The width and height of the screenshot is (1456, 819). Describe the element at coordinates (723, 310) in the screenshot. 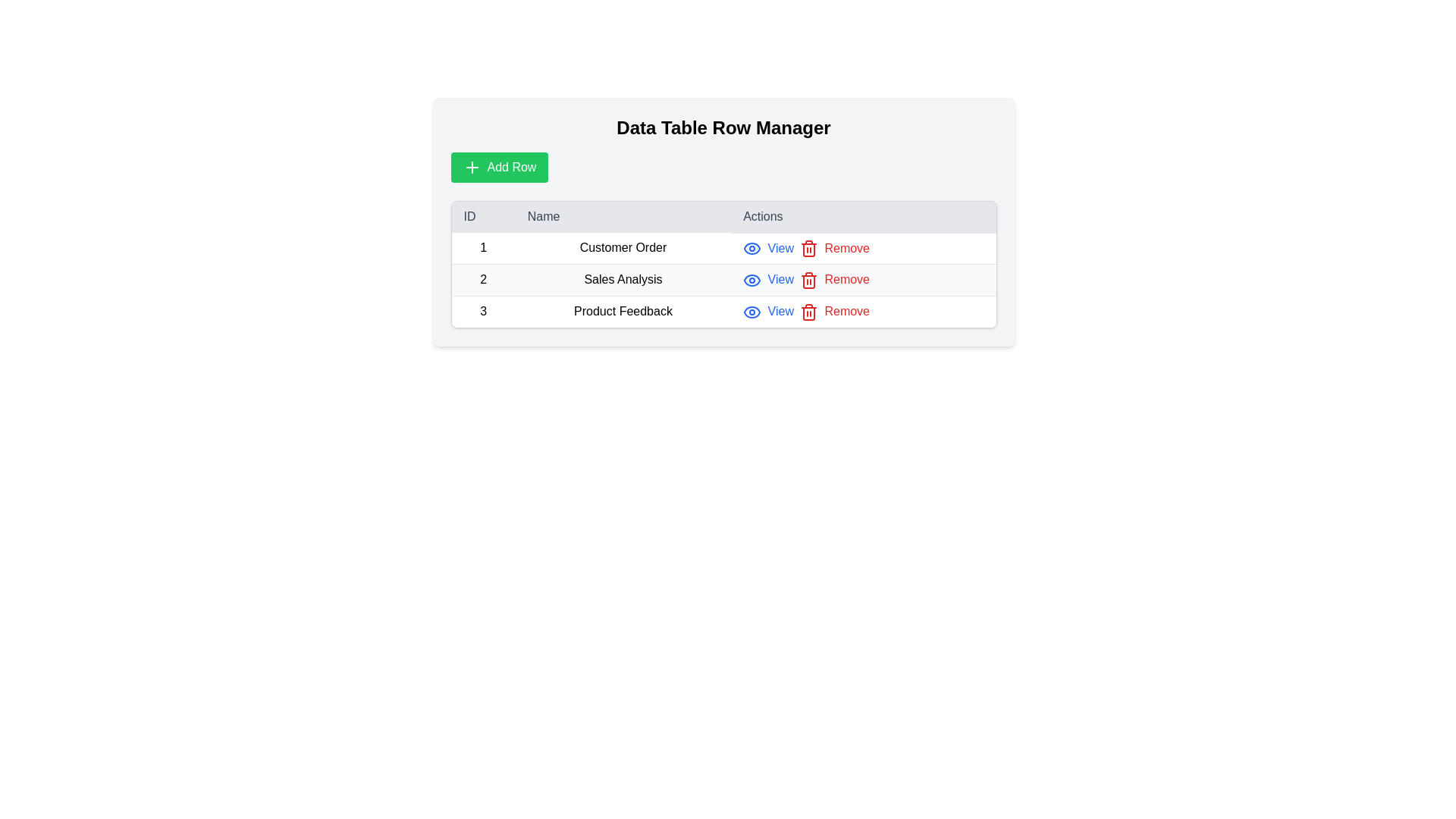

I see `the 'View' or 'Remove' button in the third row of the tabular data view labeled with ID '3' and name 'Product Feedback'` at that location.